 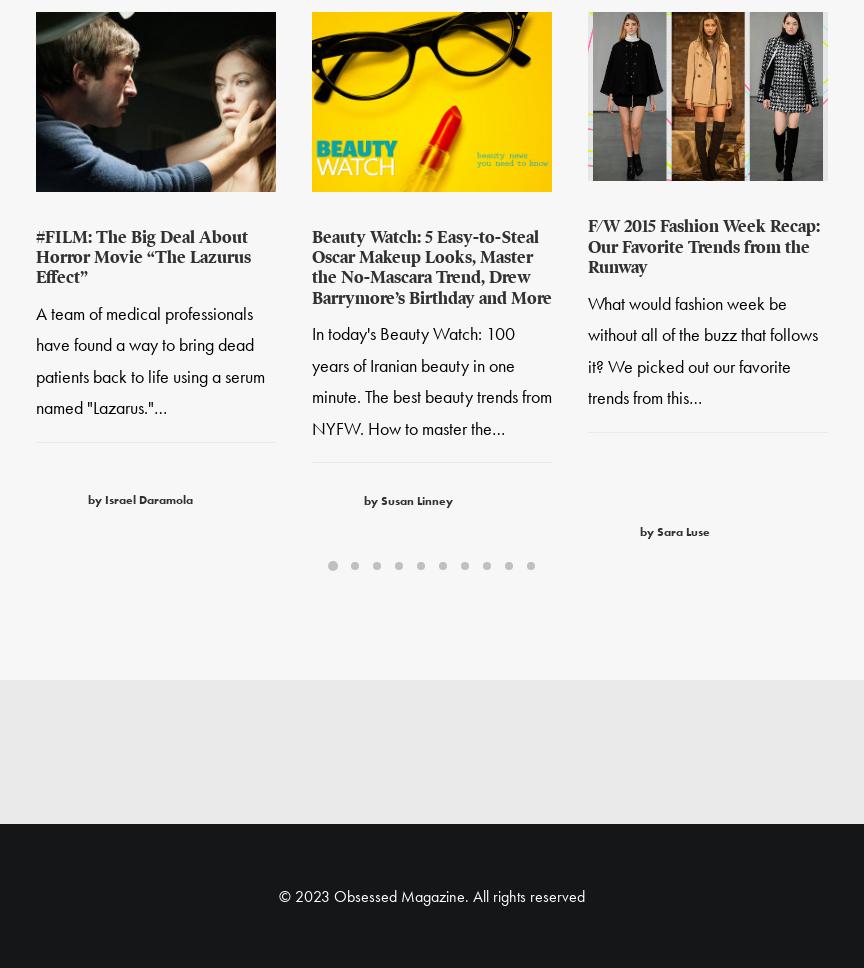 I want to click on '#FILM: The Big Deal About Horror Movie “The Lazurus Effect”', so click(x=142, y=260).